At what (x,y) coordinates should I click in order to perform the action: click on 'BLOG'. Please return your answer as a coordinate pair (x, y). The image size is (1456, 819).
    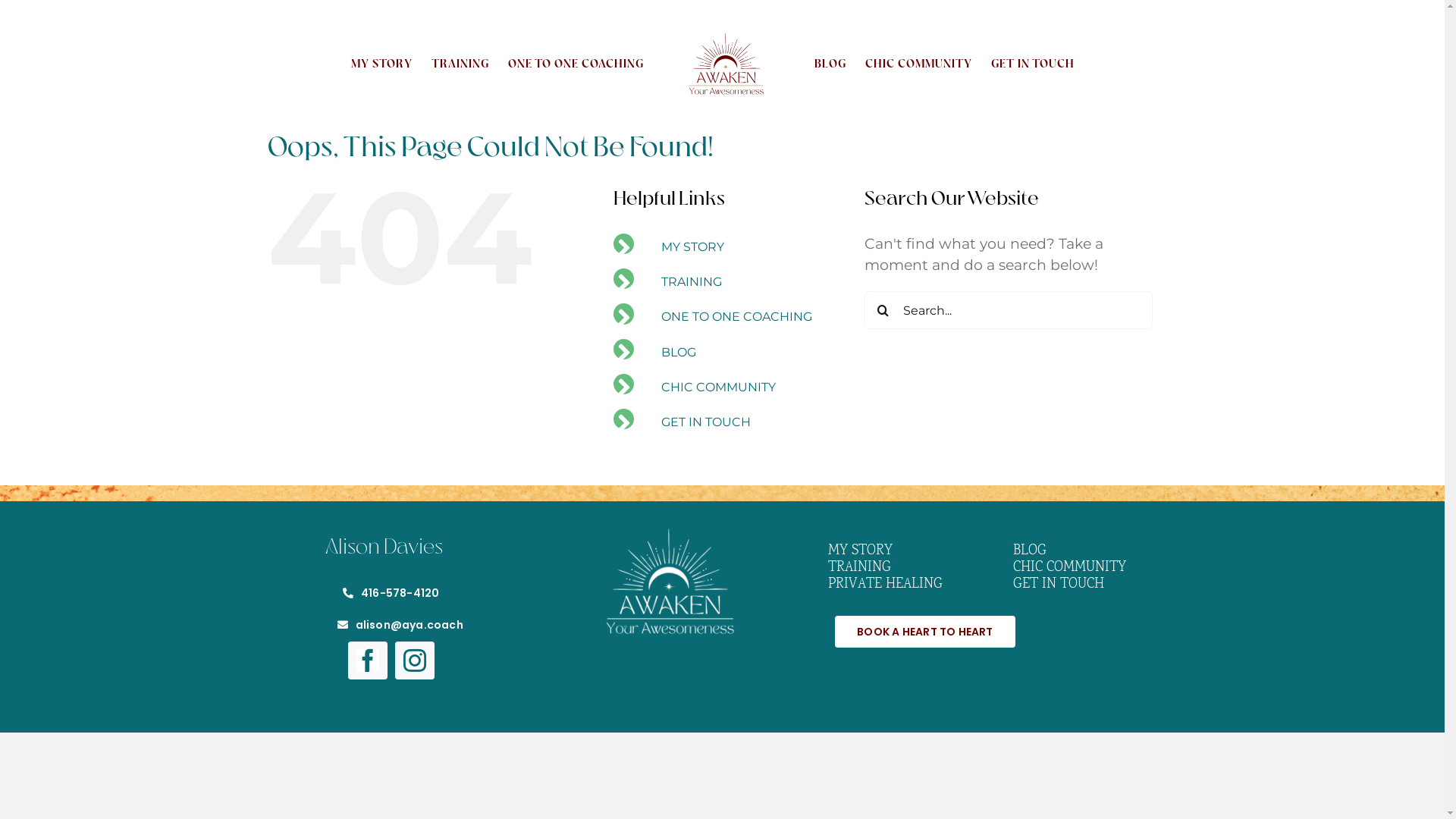
    Looking at the image, I should click on (829, 61).